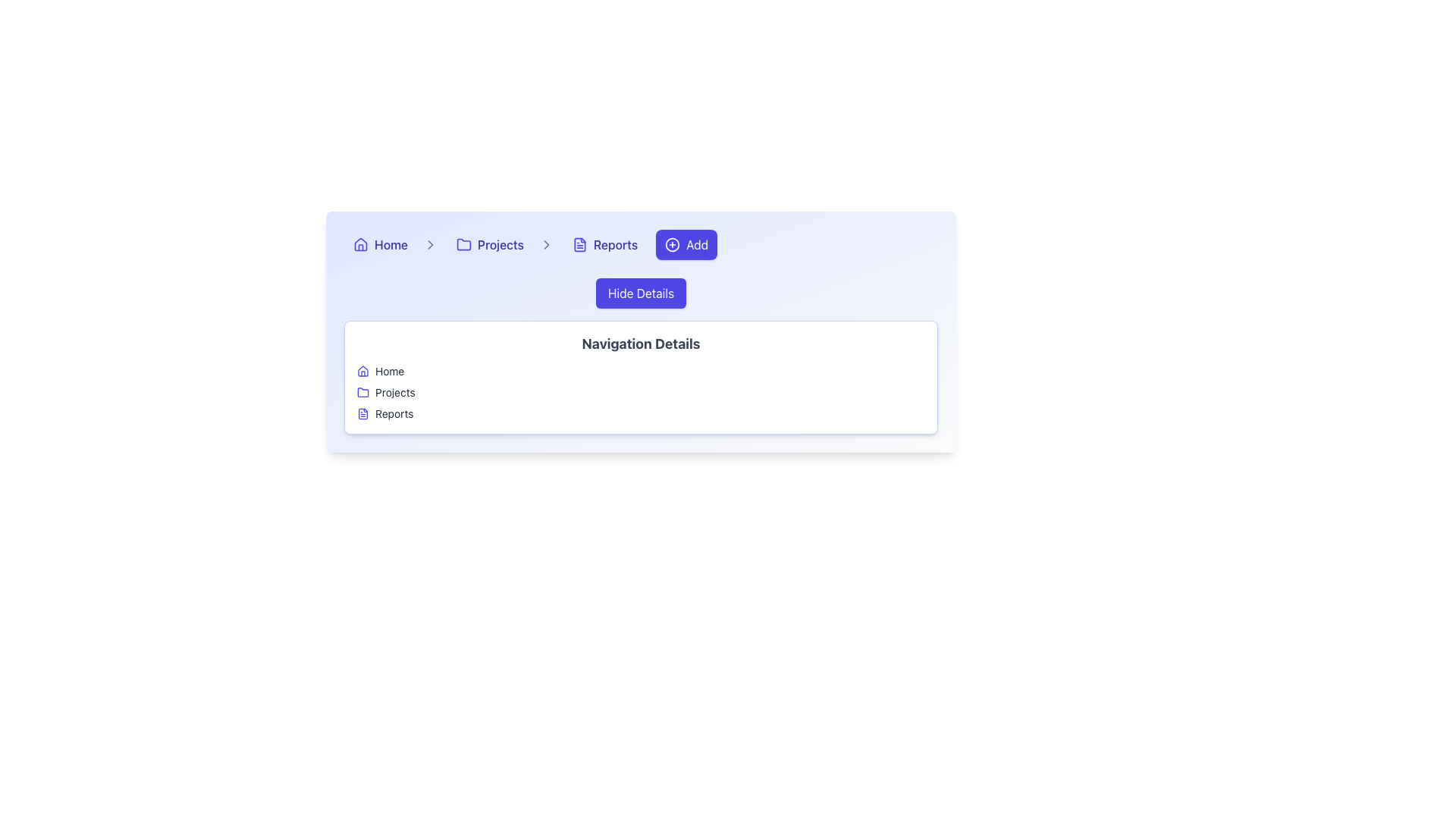 The width and height of the screenshot is (1456, 819). I want to click on the right-pointing chevron arrow icon in the breadcrumb navigation bar located between 'Home' and 'Projects', so click(429, 244).